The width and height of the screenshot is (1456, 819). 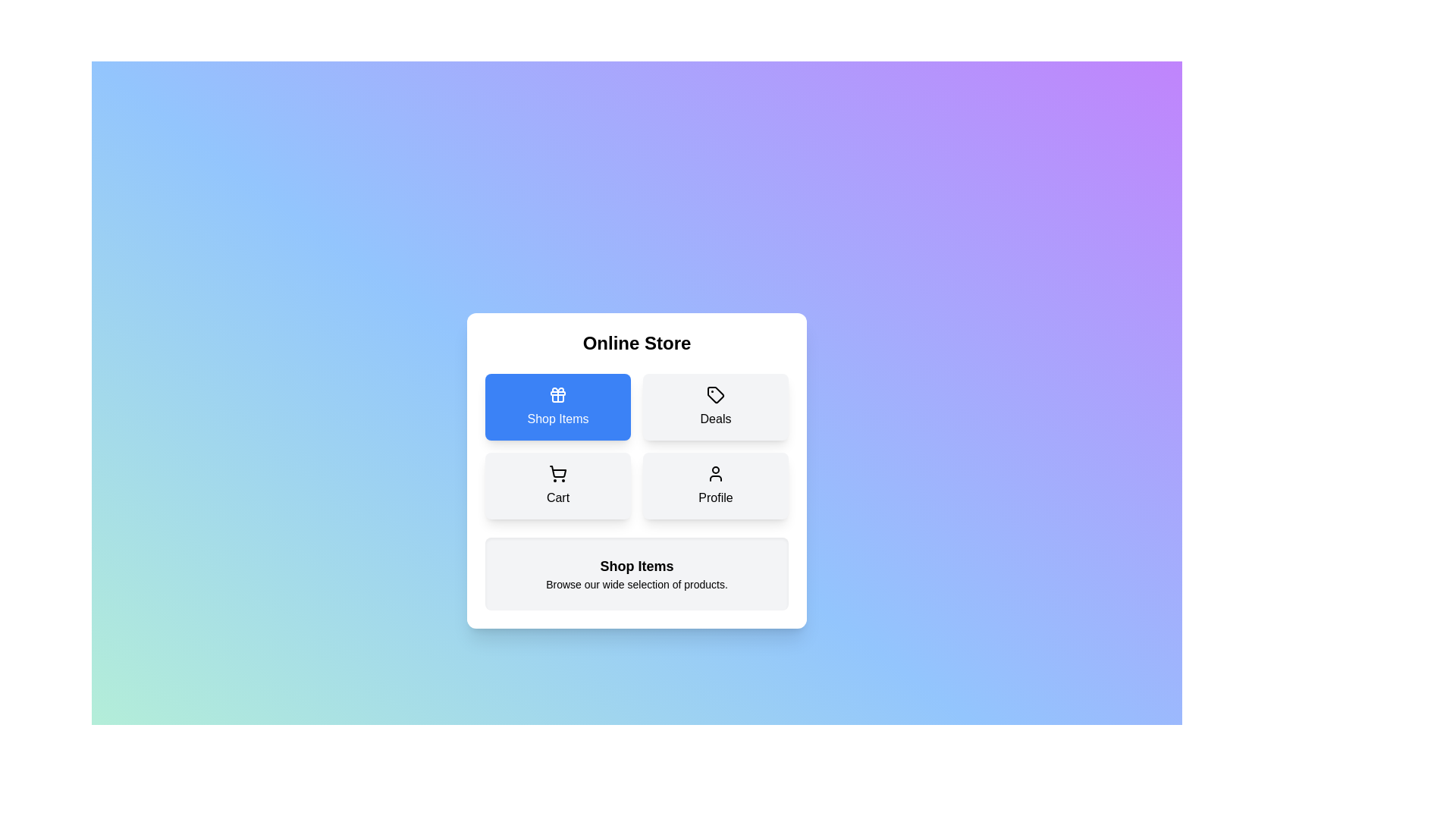 I want to click on the Shop Items button to observe its hover effect, so click(x=557, y=406).